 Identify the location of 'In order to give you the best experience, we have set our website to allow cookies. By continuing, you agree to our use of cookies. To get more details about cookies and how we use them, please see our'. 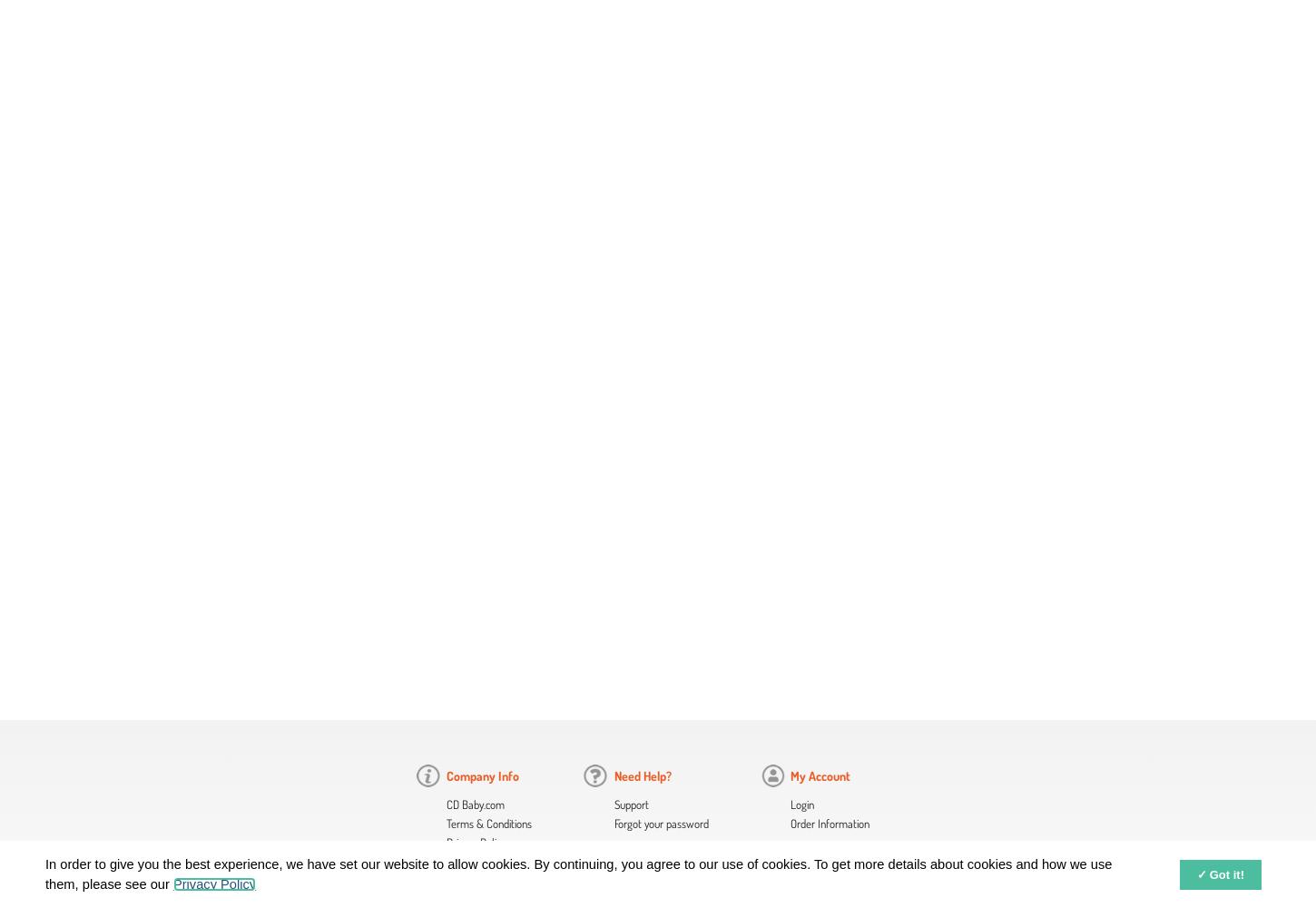
(45, 873).